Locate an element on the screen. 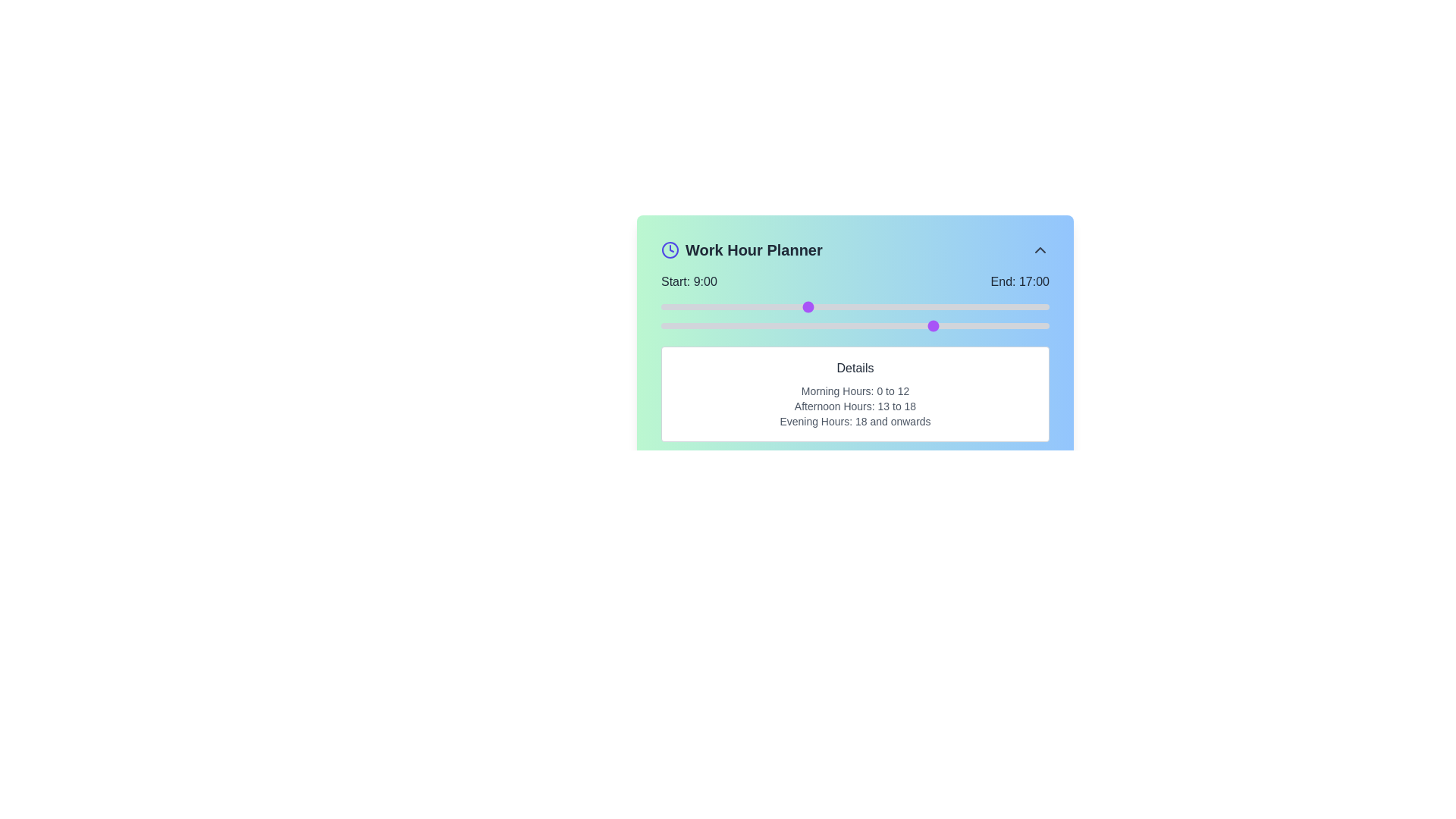 This screenshot has height=819, width=1456. the end time slider to 6 hours is located at coordinates (758, 325).